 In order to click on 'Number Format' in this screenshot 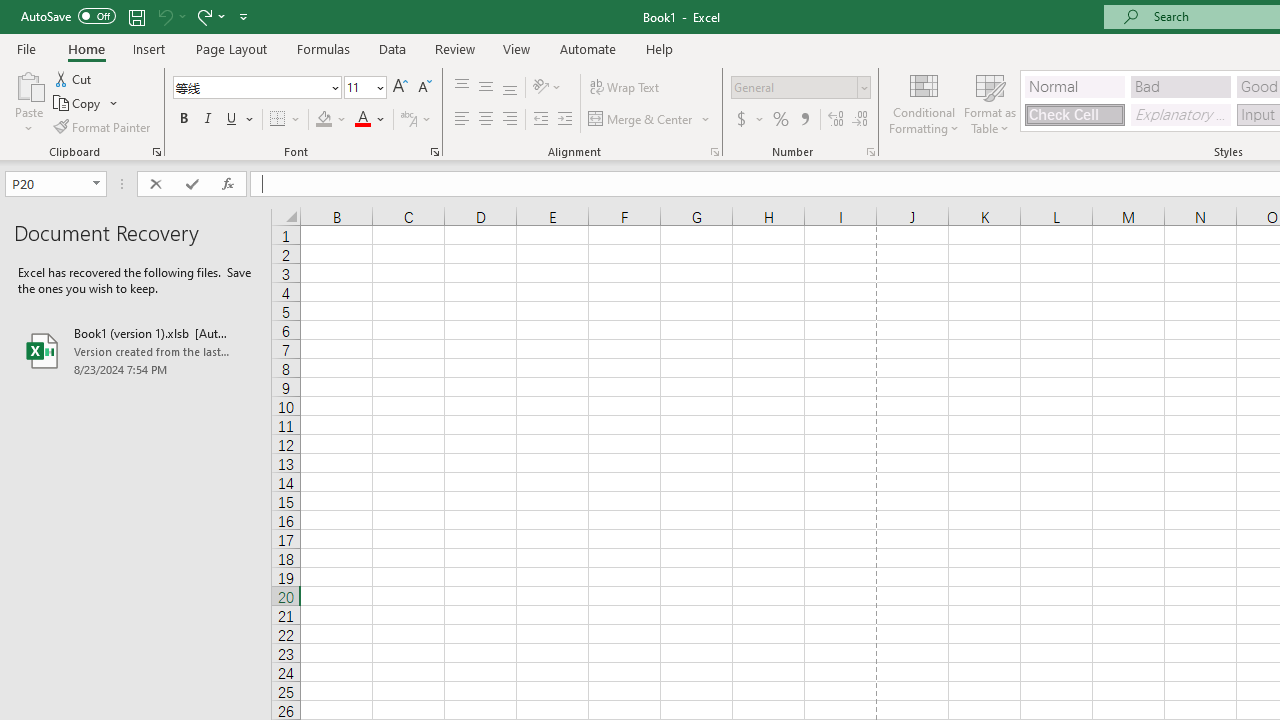, I will do `click(793, 86)`.